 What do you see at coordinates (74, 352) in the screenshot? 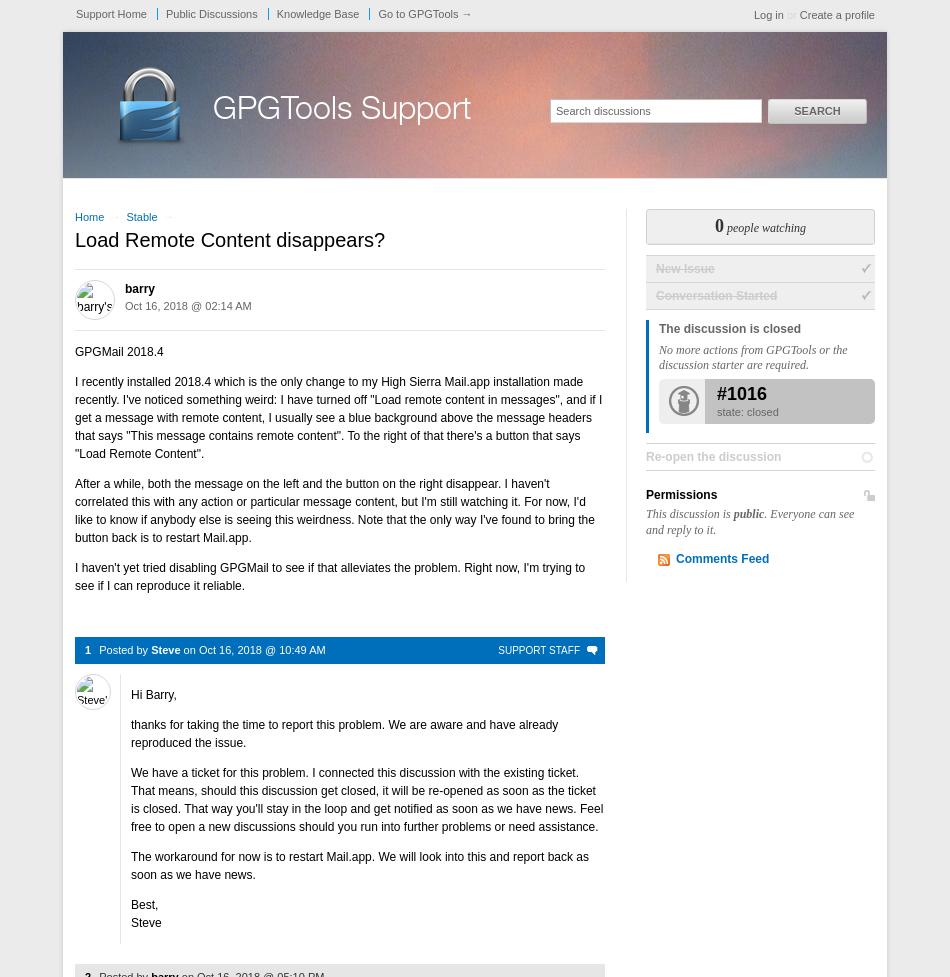
I see `'GPGMail 2018.4'` at bounding box center [74, 352].